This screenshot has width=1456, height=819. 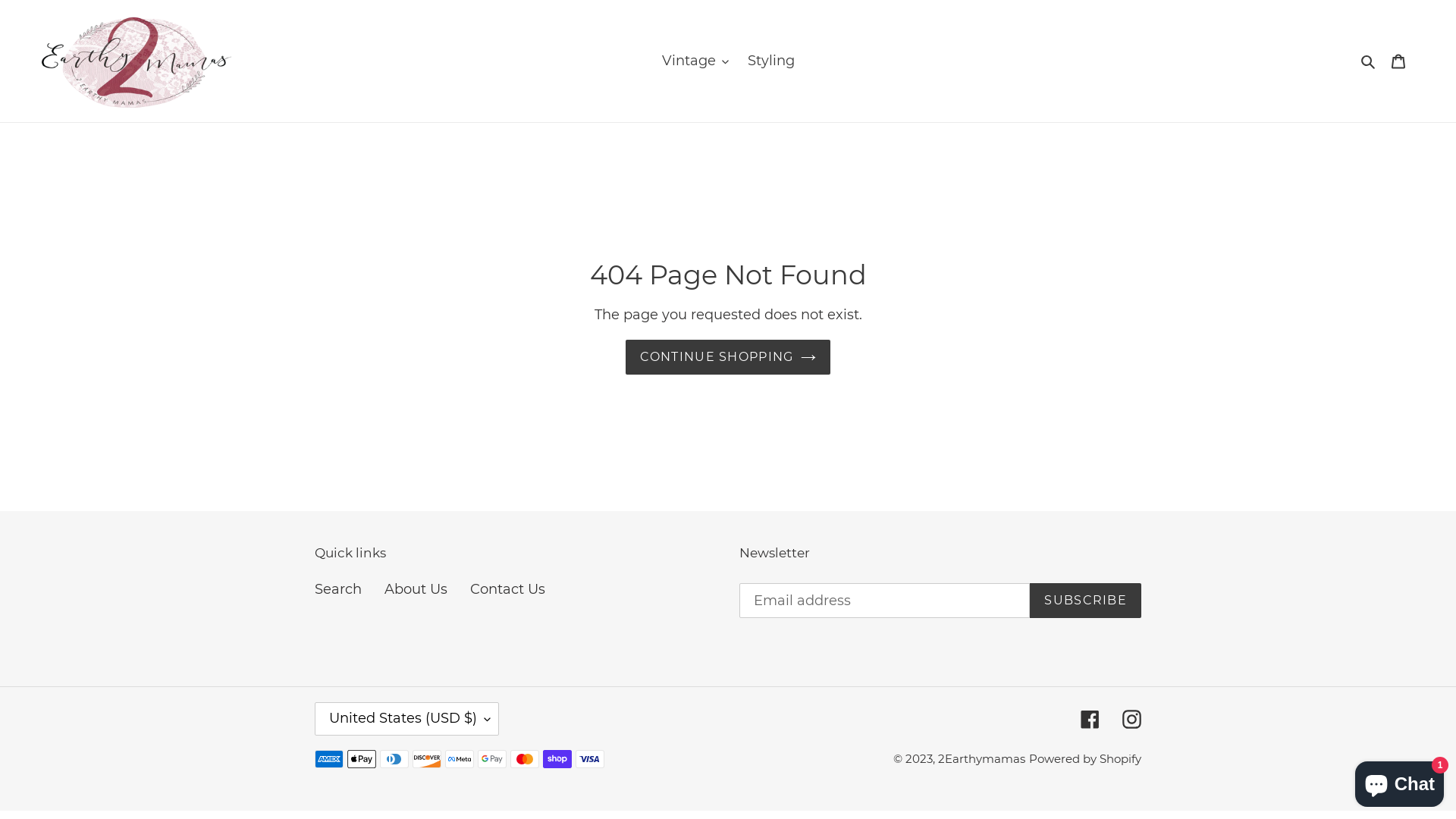 What do you see at coordinates (507, 588) in the screenshot?
I see `'Contact Us'` at bounding box center [507, 588].